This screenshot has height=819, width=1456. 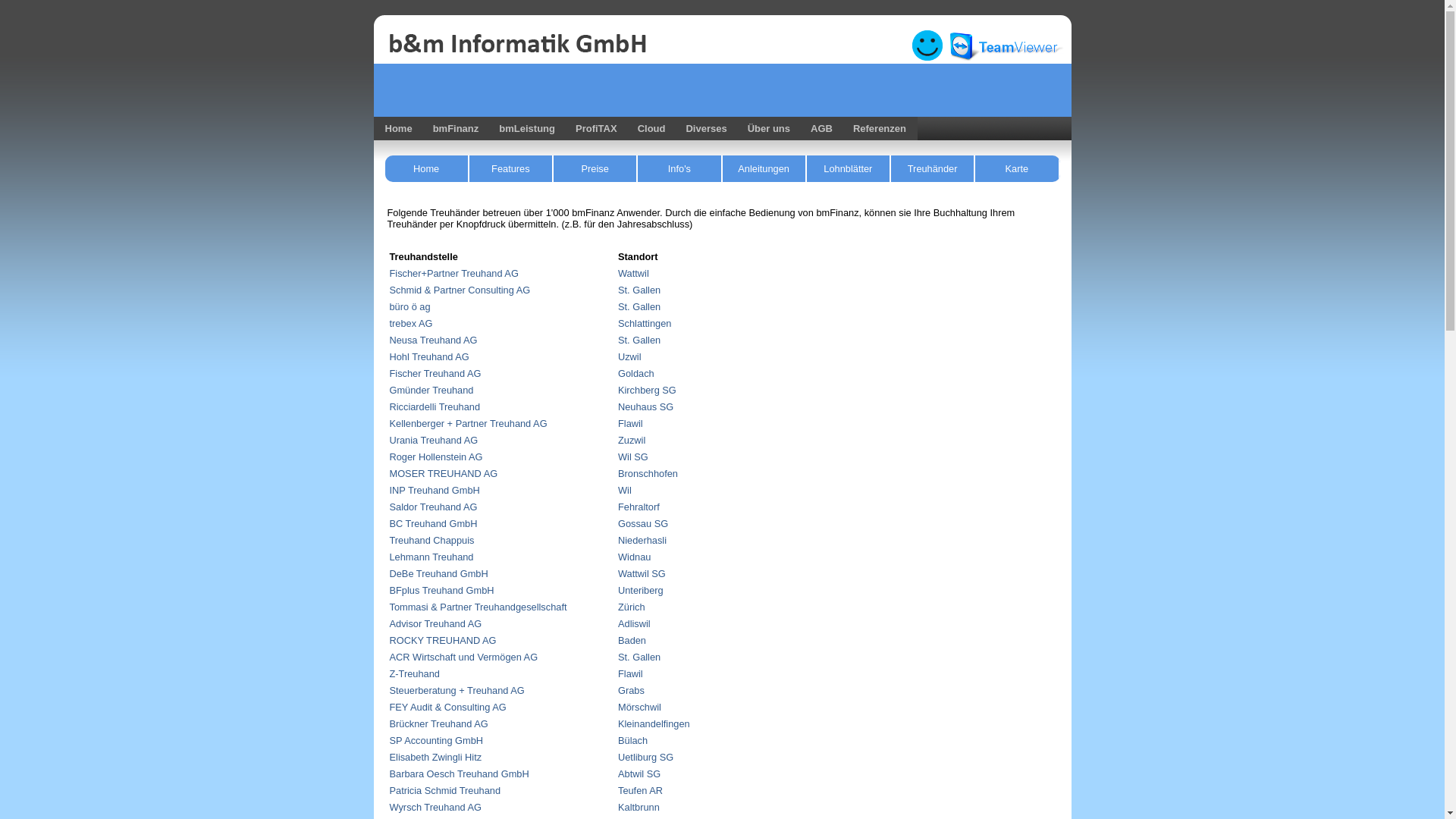 What do you see at coordinates (625, 490) in the screenshot?
I see `'Wil'` at bounding box center [625, 490].